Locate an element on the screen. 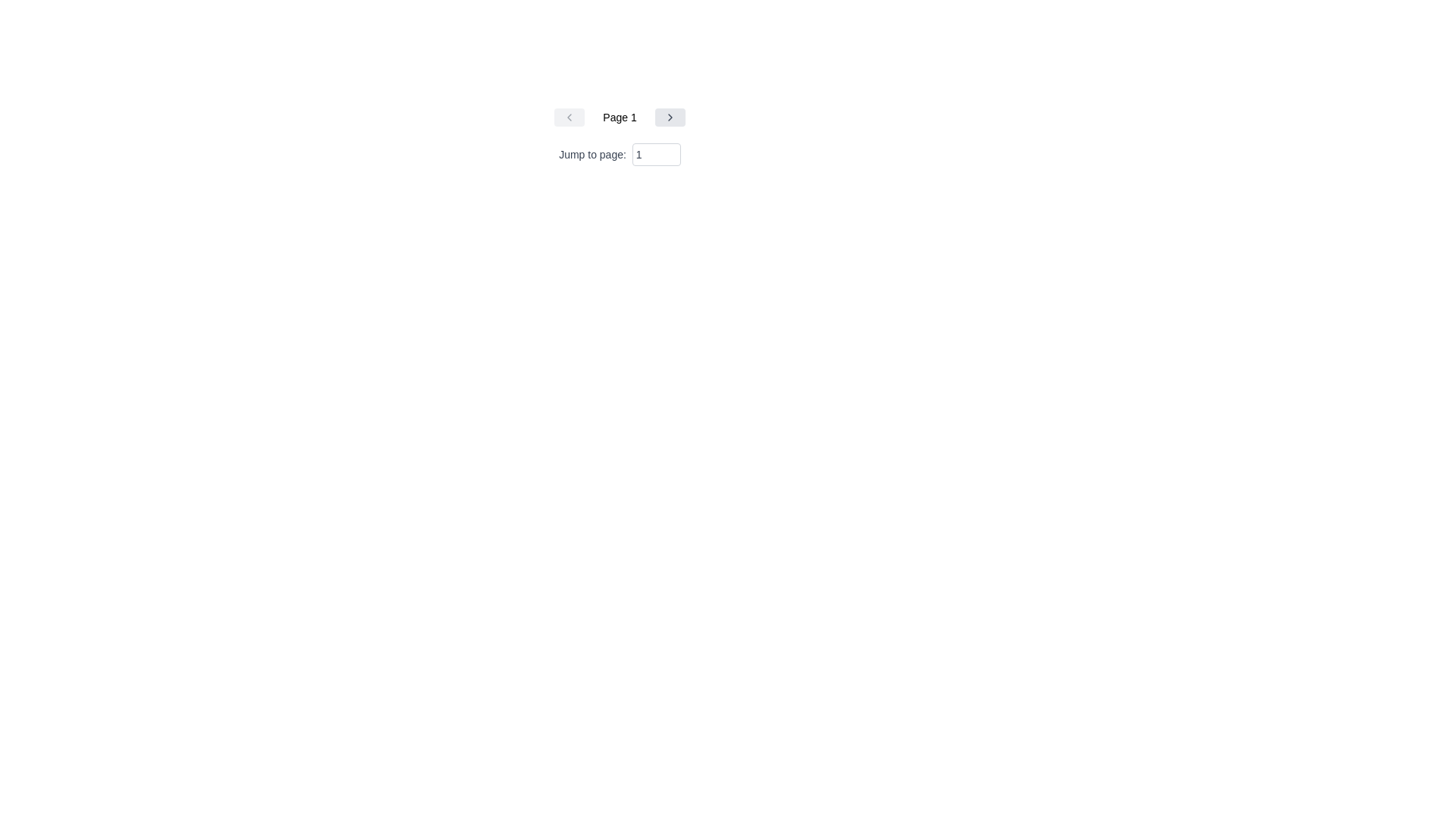  the arrow icon on the left side of the navigation interface is located at coordinates (569, 116).